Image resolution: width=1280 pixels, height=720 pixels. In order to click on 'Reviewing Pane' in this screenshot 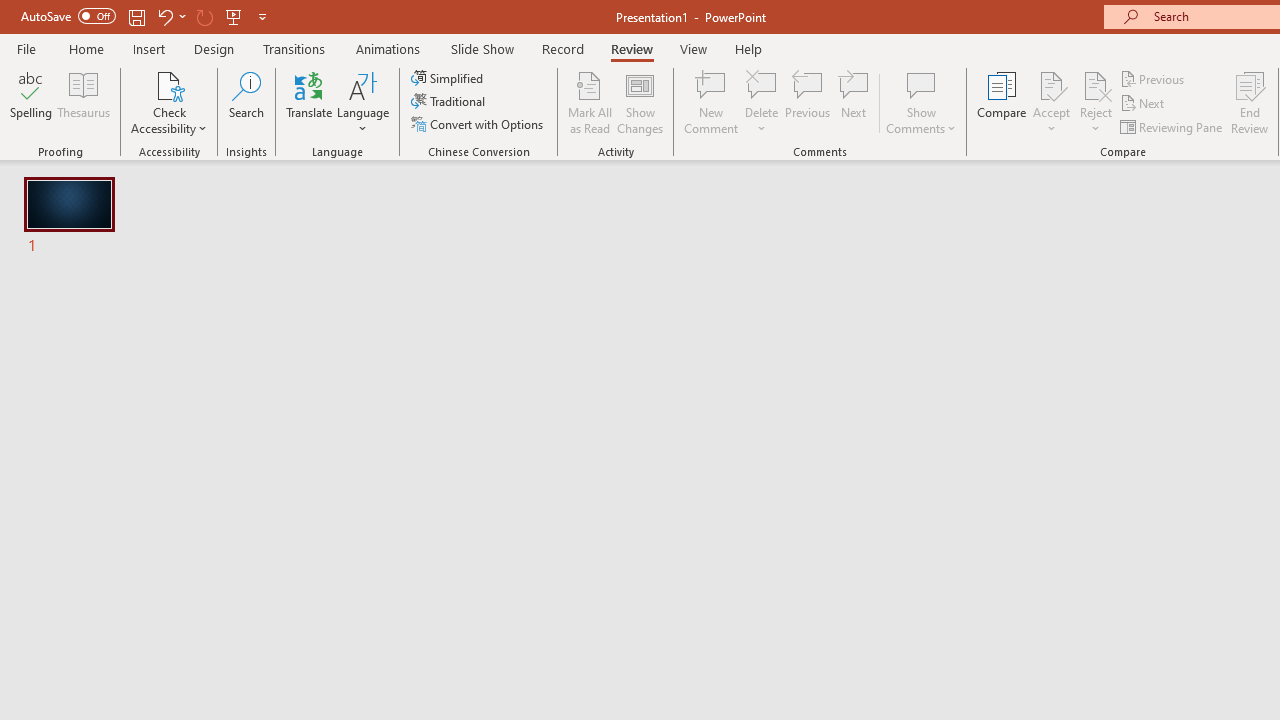, I will do `click(1173, 127)`.